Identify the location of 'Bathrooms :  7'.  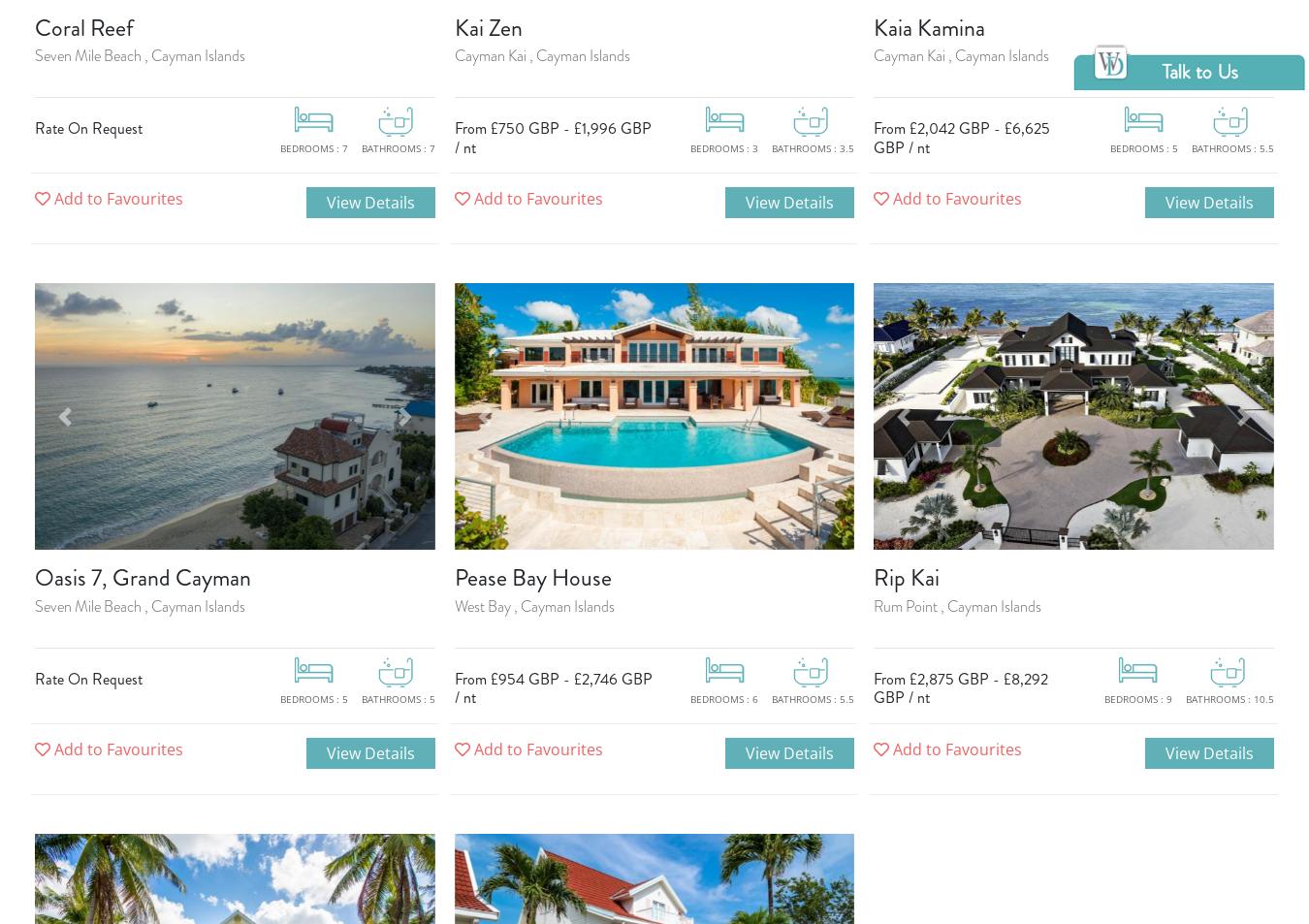
(361, 146).